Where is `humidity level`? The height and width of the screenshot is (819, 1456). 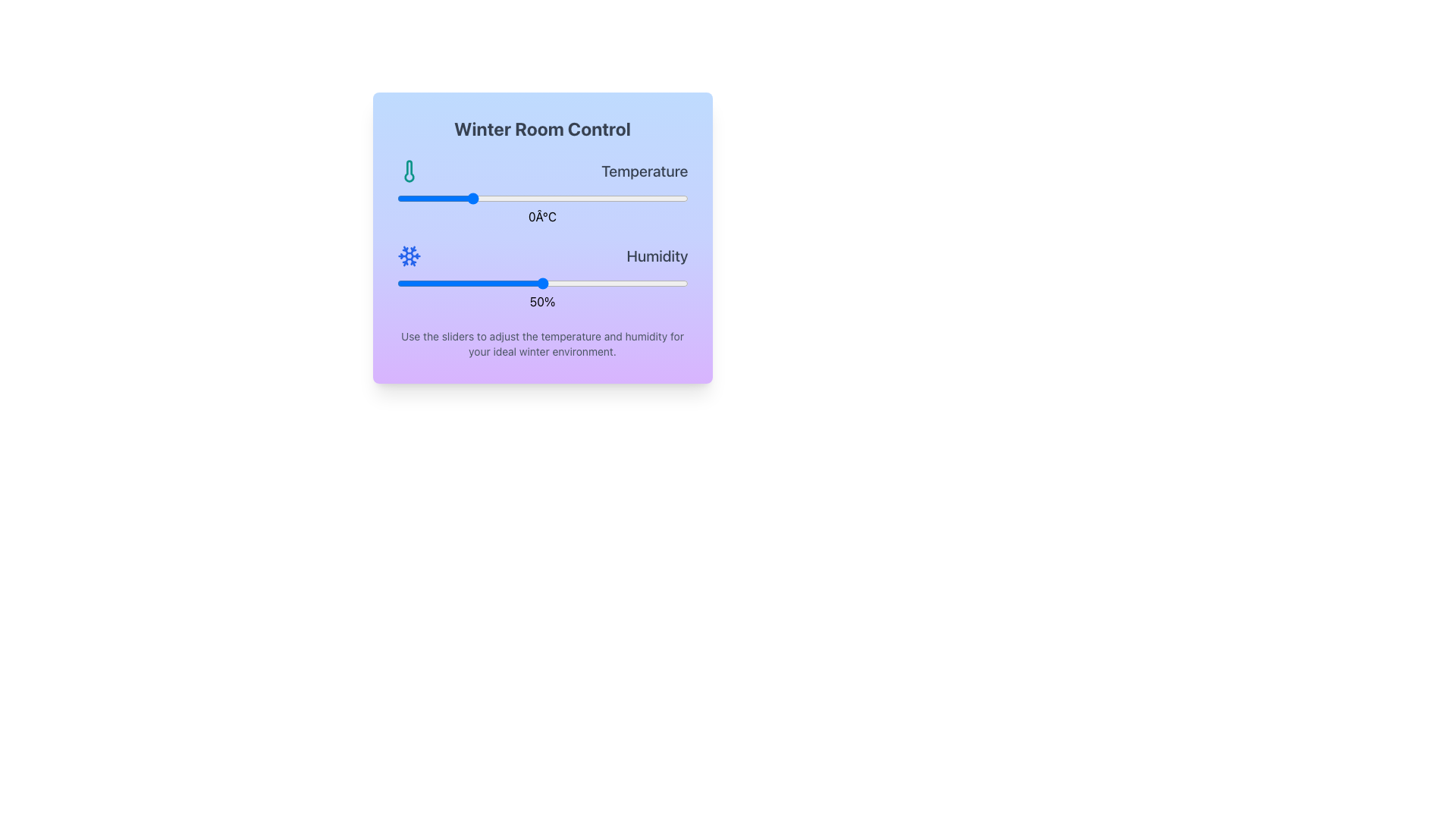 humidity level is located at coordinates (565, 284).